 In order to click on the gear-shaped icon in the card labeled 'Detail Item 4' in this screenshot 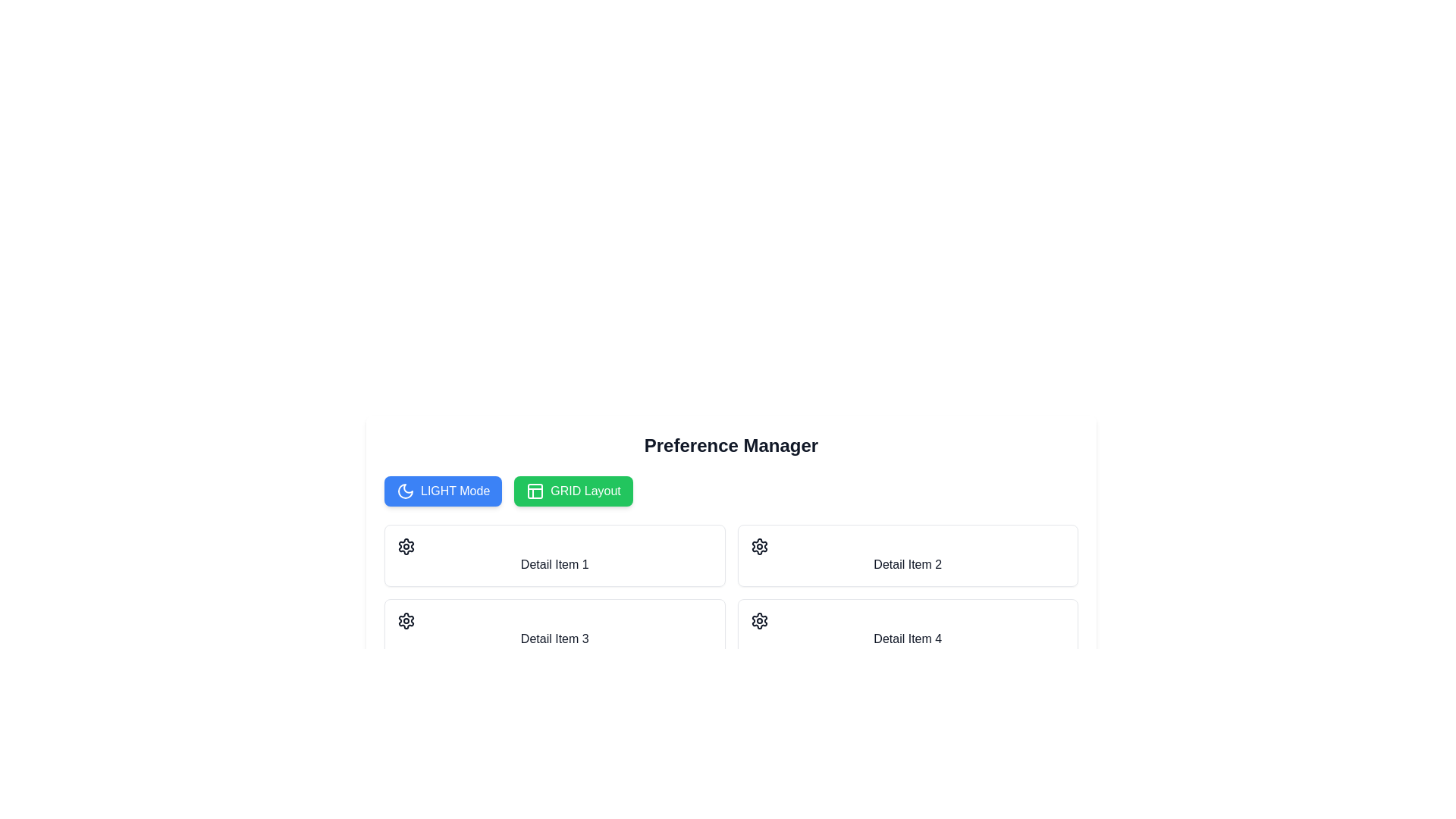, I will do `click(759, 620)`.